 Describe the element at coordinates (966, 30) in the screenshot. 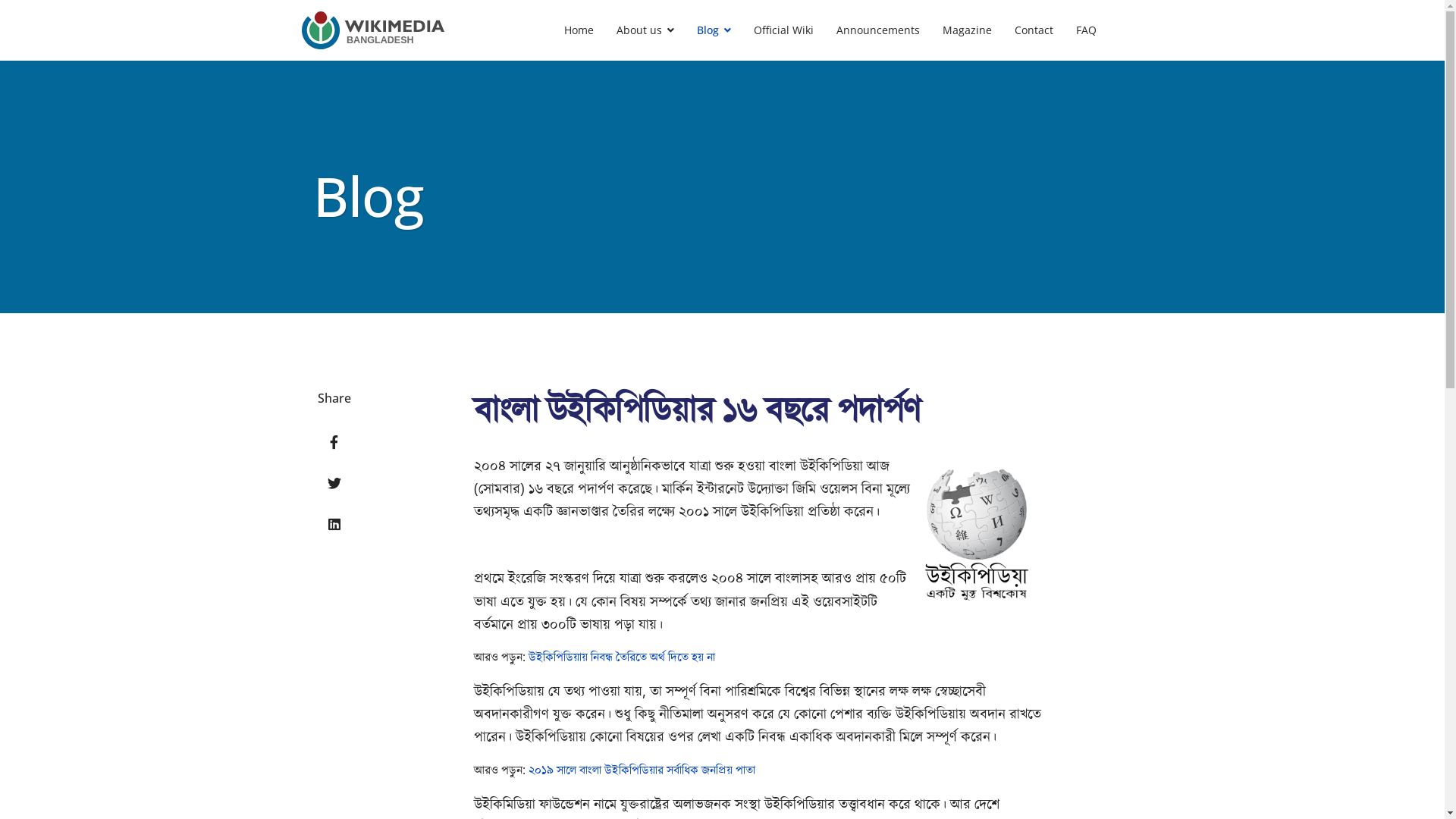

I see `'Magazine'` at that location.